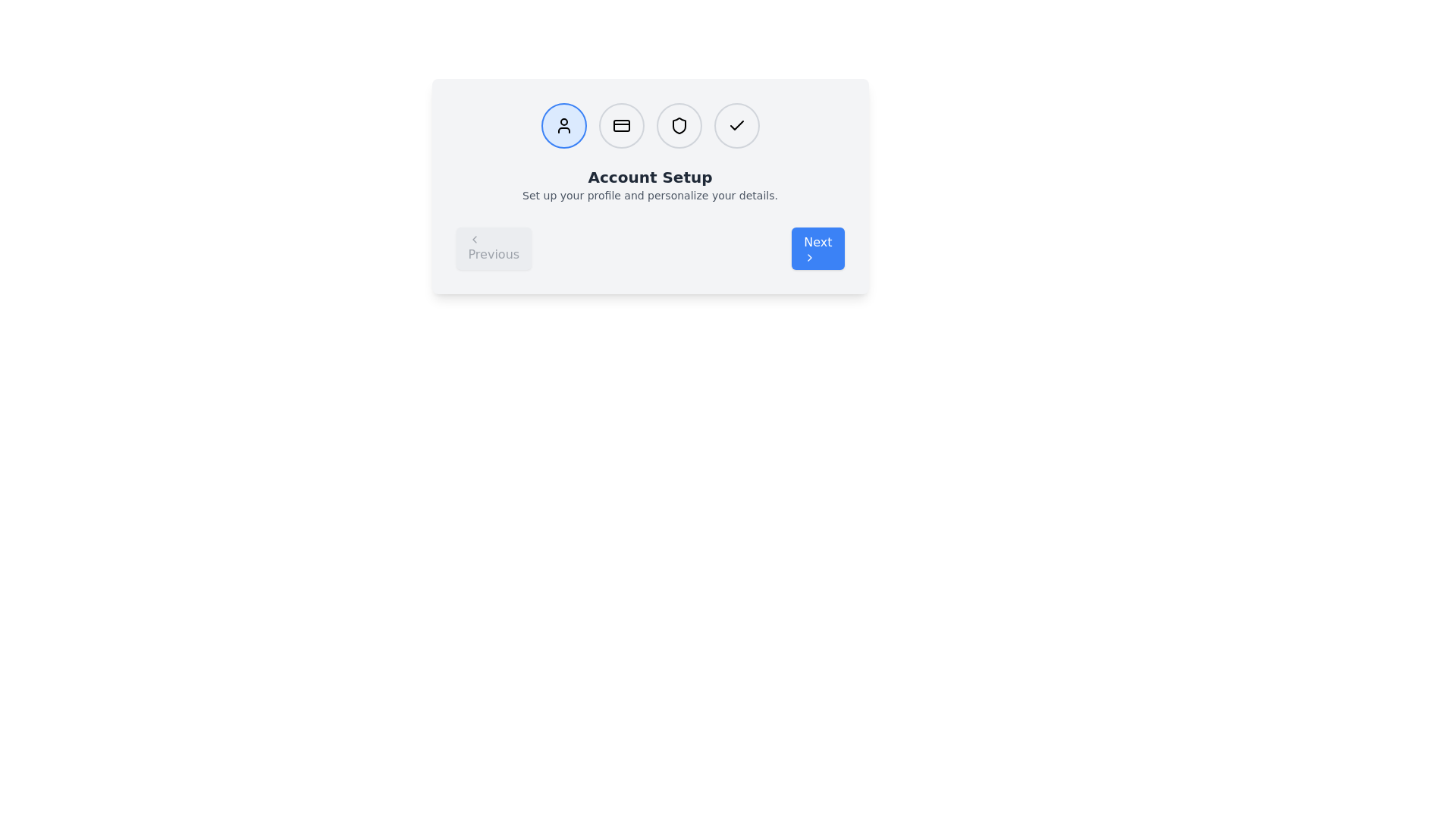 Image resolution: width=1456 pixels, height=819 pixels. I want to click on the second button in the horizontal sequence of four buttons, which serves as a step indicator for payment or credit card setup, so click(621, 124).